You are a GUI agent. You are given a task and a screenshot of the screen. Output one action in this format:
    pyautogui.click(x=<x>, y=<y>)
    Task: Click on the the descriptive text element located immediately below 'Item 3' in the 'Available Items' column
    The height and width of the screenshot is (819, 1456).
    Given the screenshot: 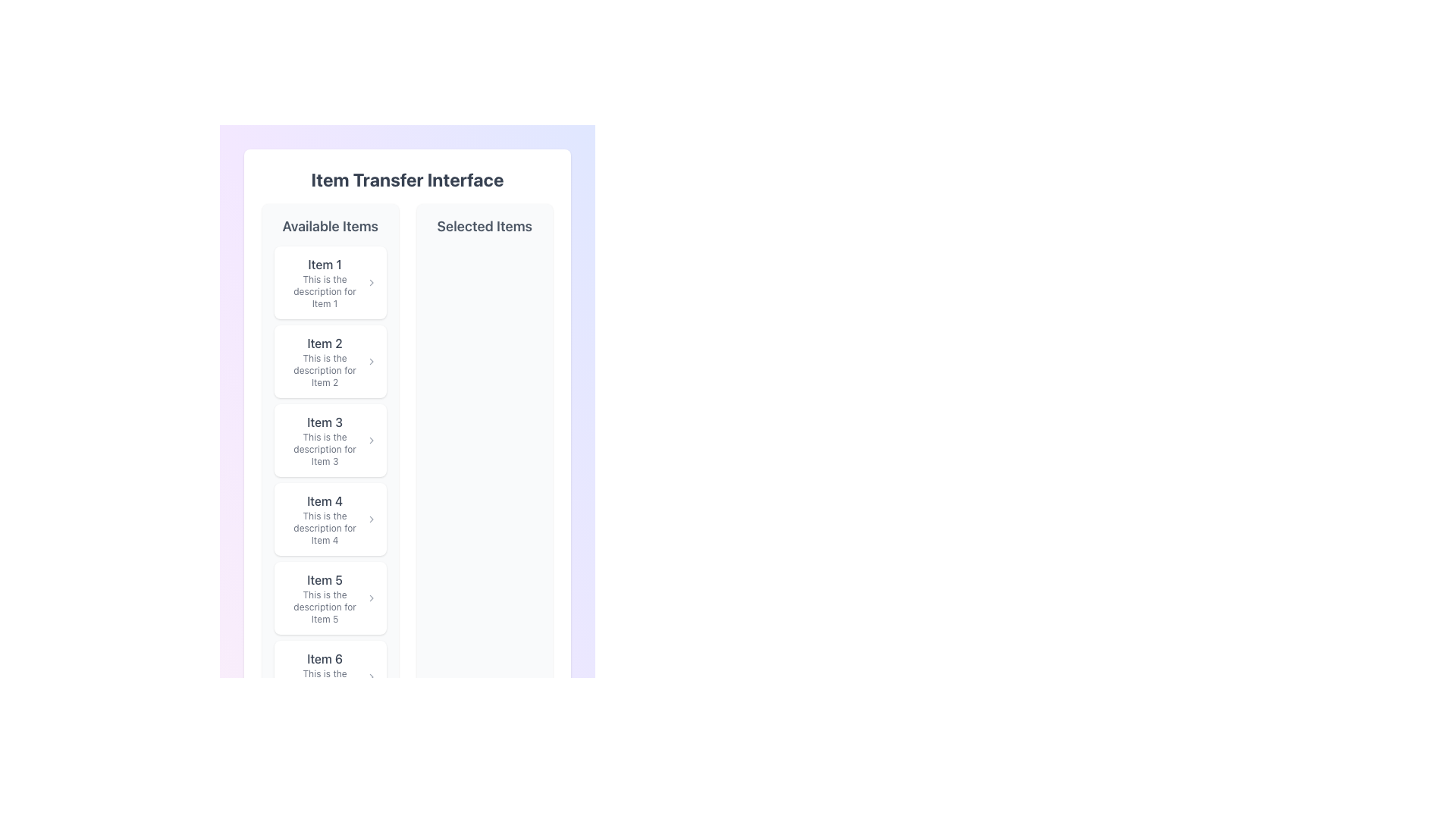 What is the action you would take?
    pyautogui.click(x=324, y=449)
    